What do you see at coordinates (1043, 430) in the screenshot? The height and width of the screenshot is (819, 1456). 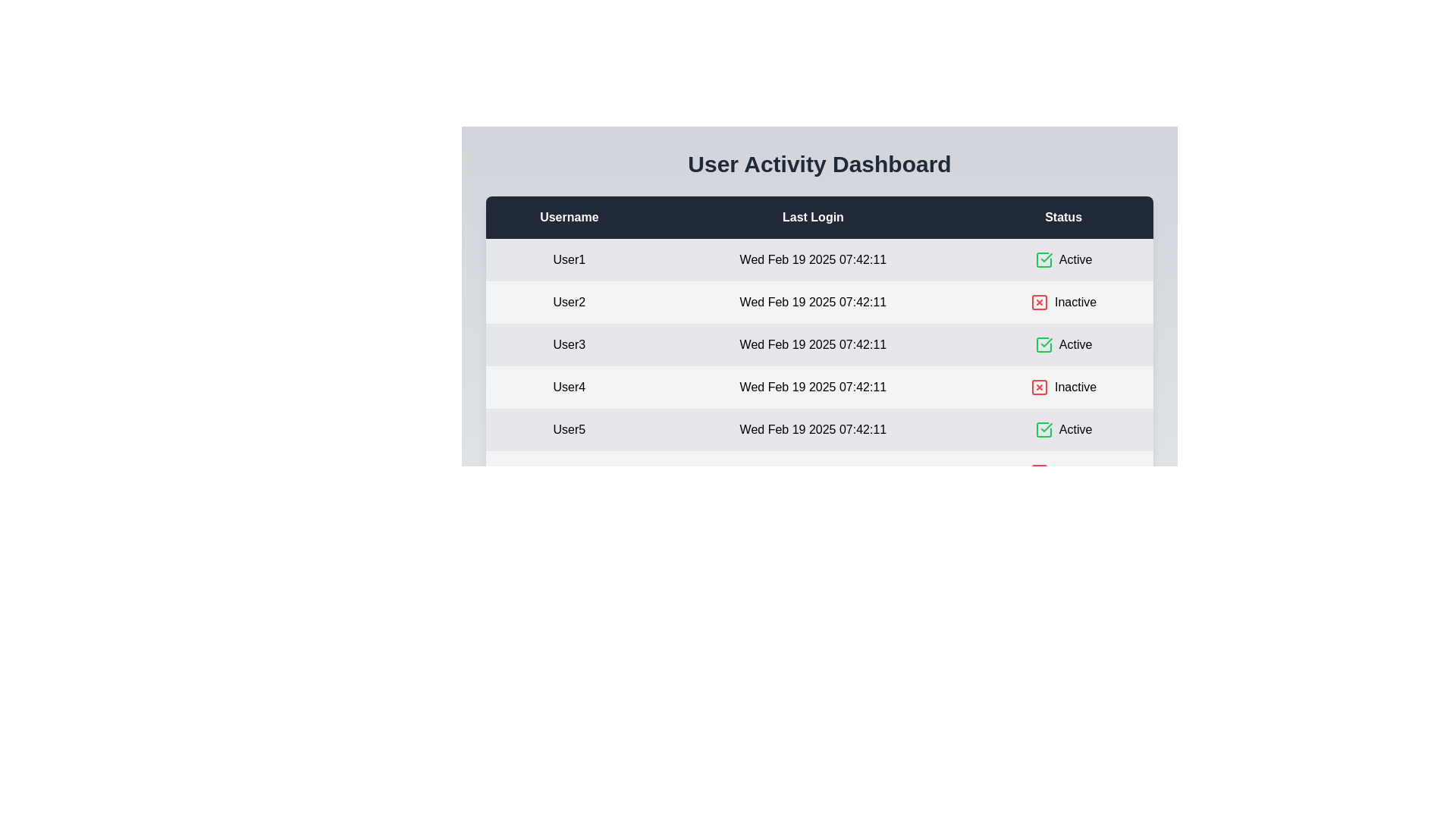 I see `the status icon for user User5` at bounding box center [1043, 430].